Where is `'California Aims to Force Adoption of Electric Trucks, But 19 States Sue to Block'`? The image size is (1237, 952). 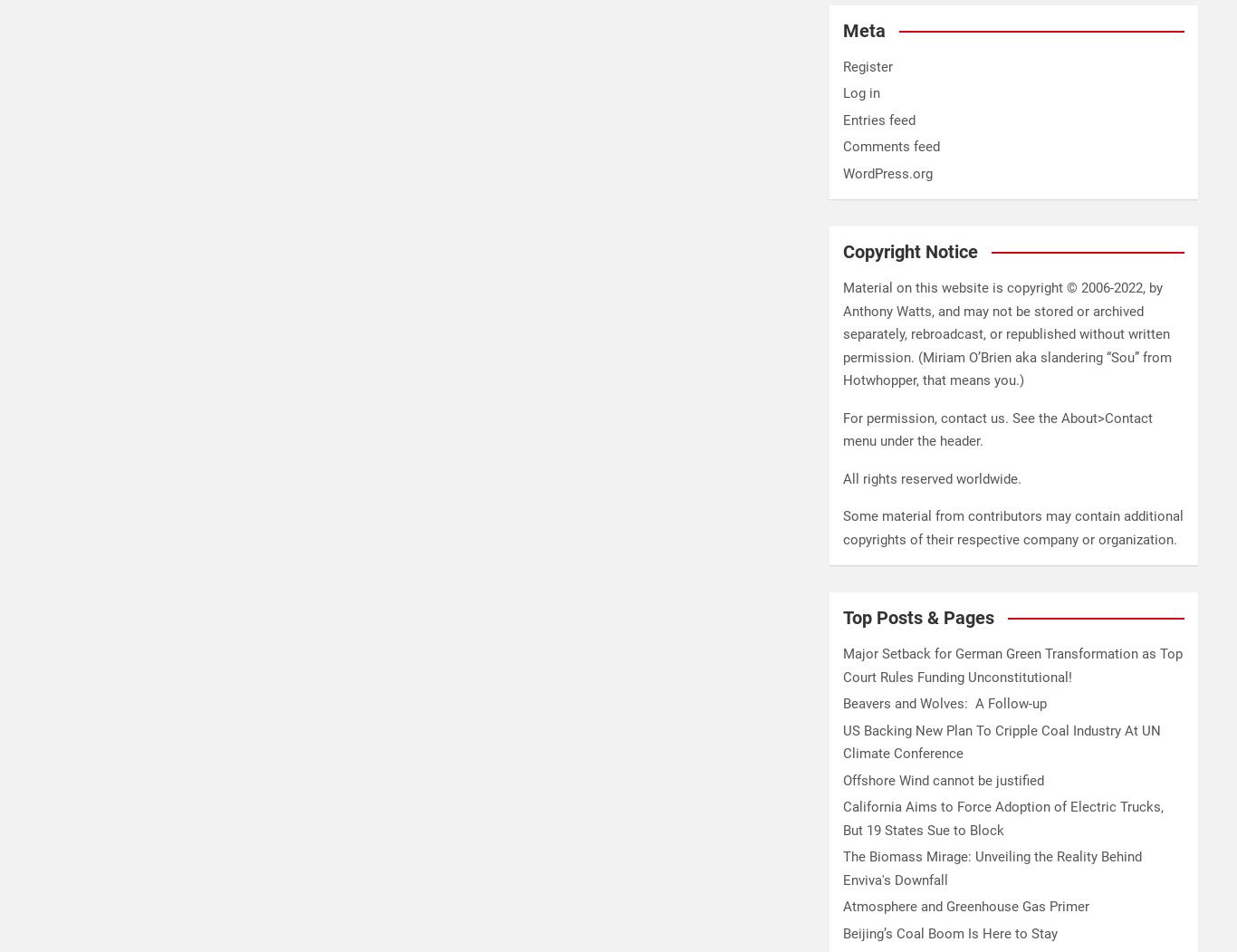 'California Aims to Force Adoption of Electric Trucks, But 19 States Sue to Block' is located at coordinates (1002, 818).